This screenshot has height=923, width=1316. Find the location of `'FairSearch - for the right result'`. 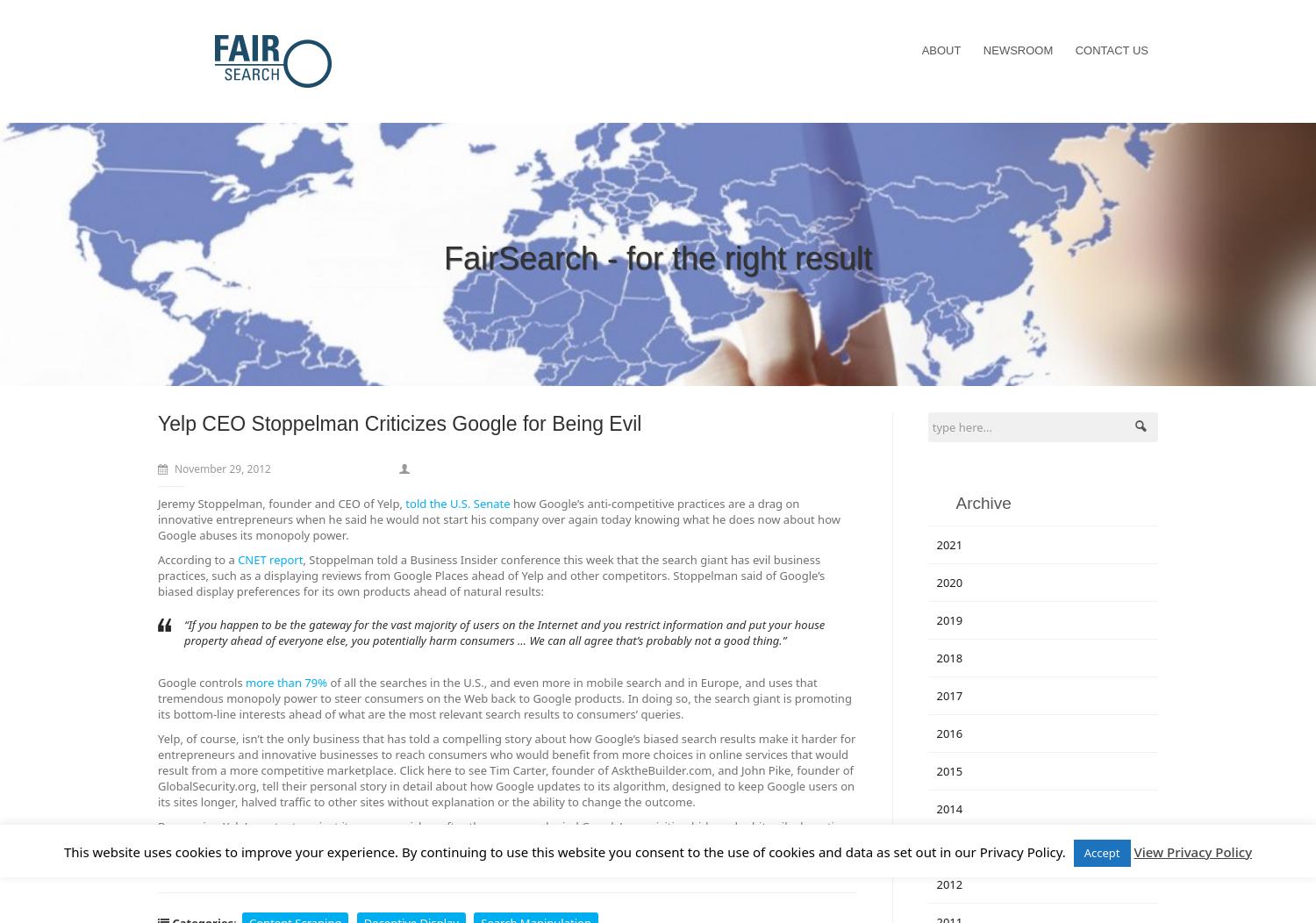

'FairSearch - for the right result' is located at coordinates (443, 258).